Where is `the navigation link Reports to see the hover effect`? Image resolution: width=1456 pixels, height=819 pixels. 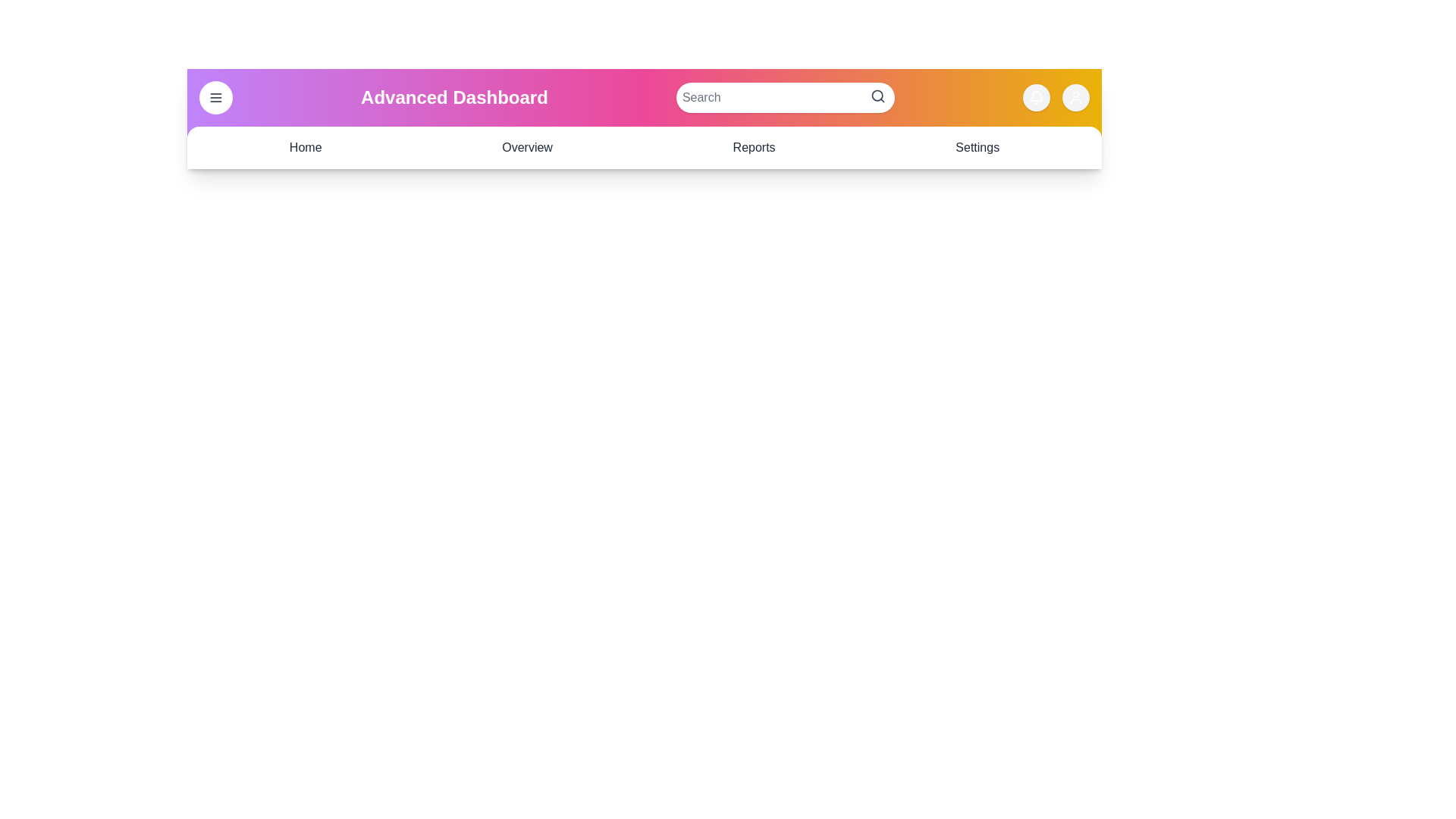
the navigation link Reports to see the hover effect is located at coordinates (753, 148).